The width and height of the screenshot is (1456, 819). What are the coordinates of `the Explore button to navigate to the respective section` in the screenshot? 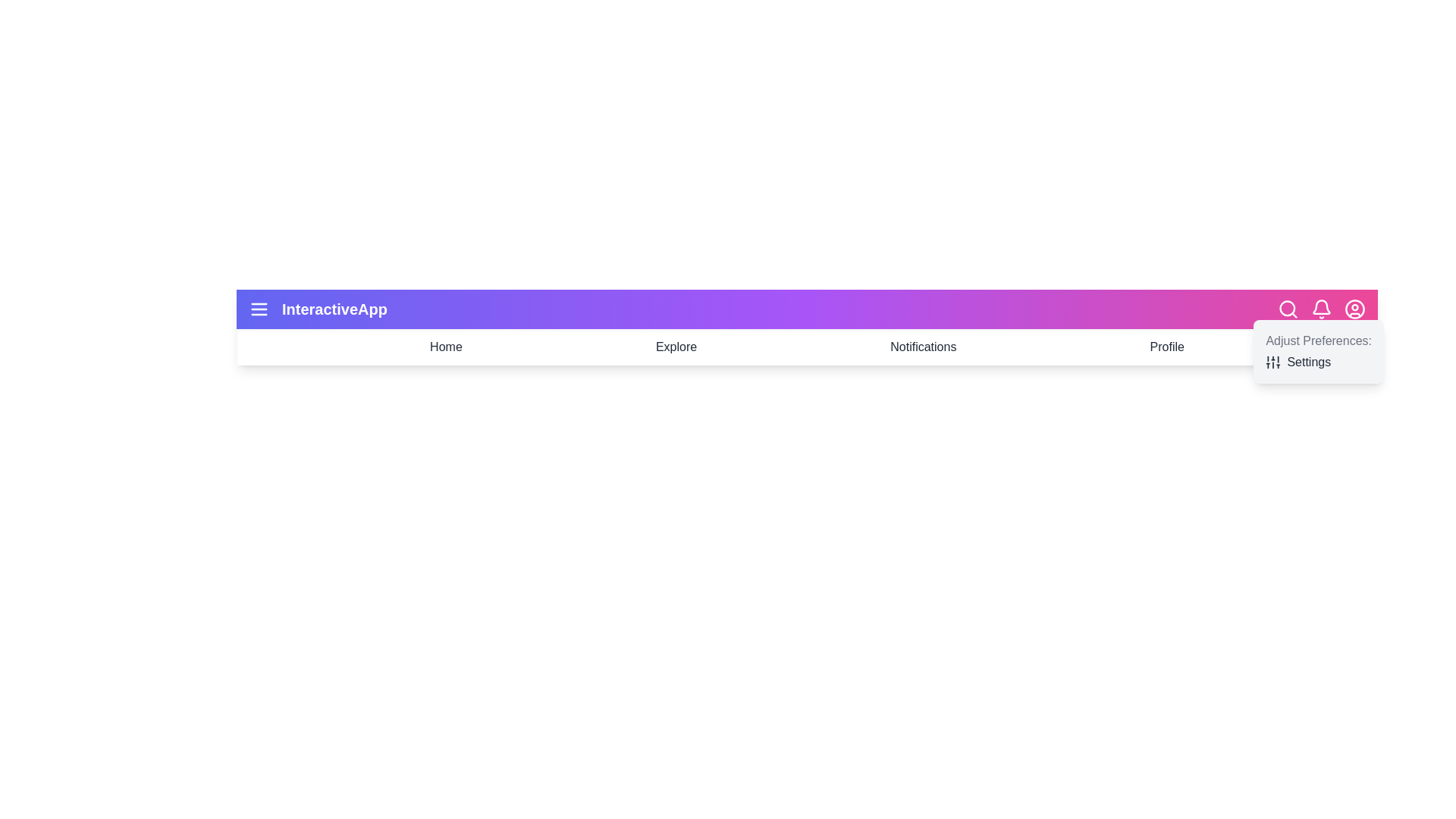 It's located at (676, 347).